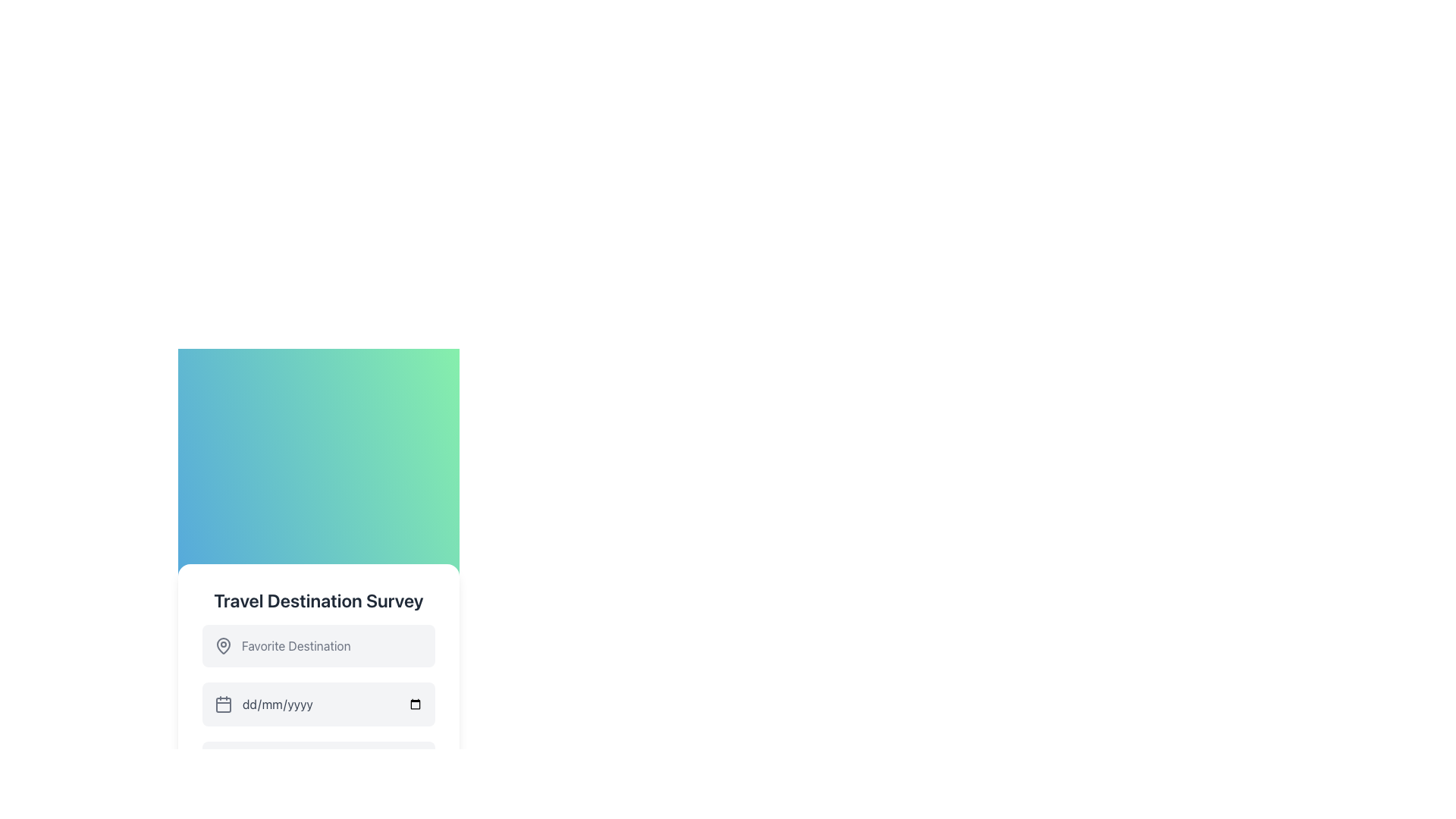  Describe the element at coordinates (222, 704) in the screenshot. I see `the small rounded rectangle within the calendar icon located in the date selection input field of the survey form` at that location.